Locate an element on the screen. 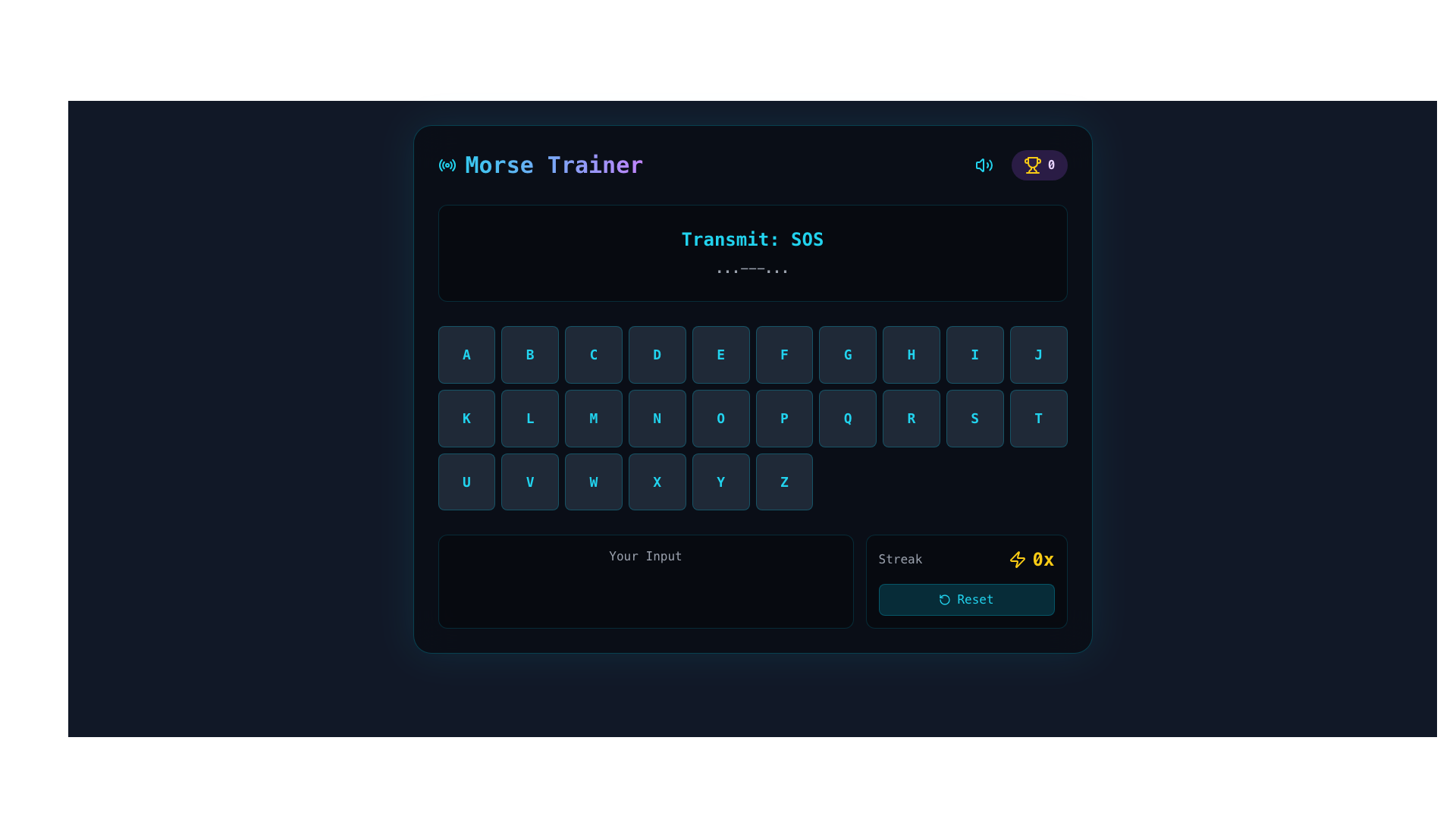  the circular volume button, which is cyan and located in the top bar of the interface is located at coordinates (984, 165).